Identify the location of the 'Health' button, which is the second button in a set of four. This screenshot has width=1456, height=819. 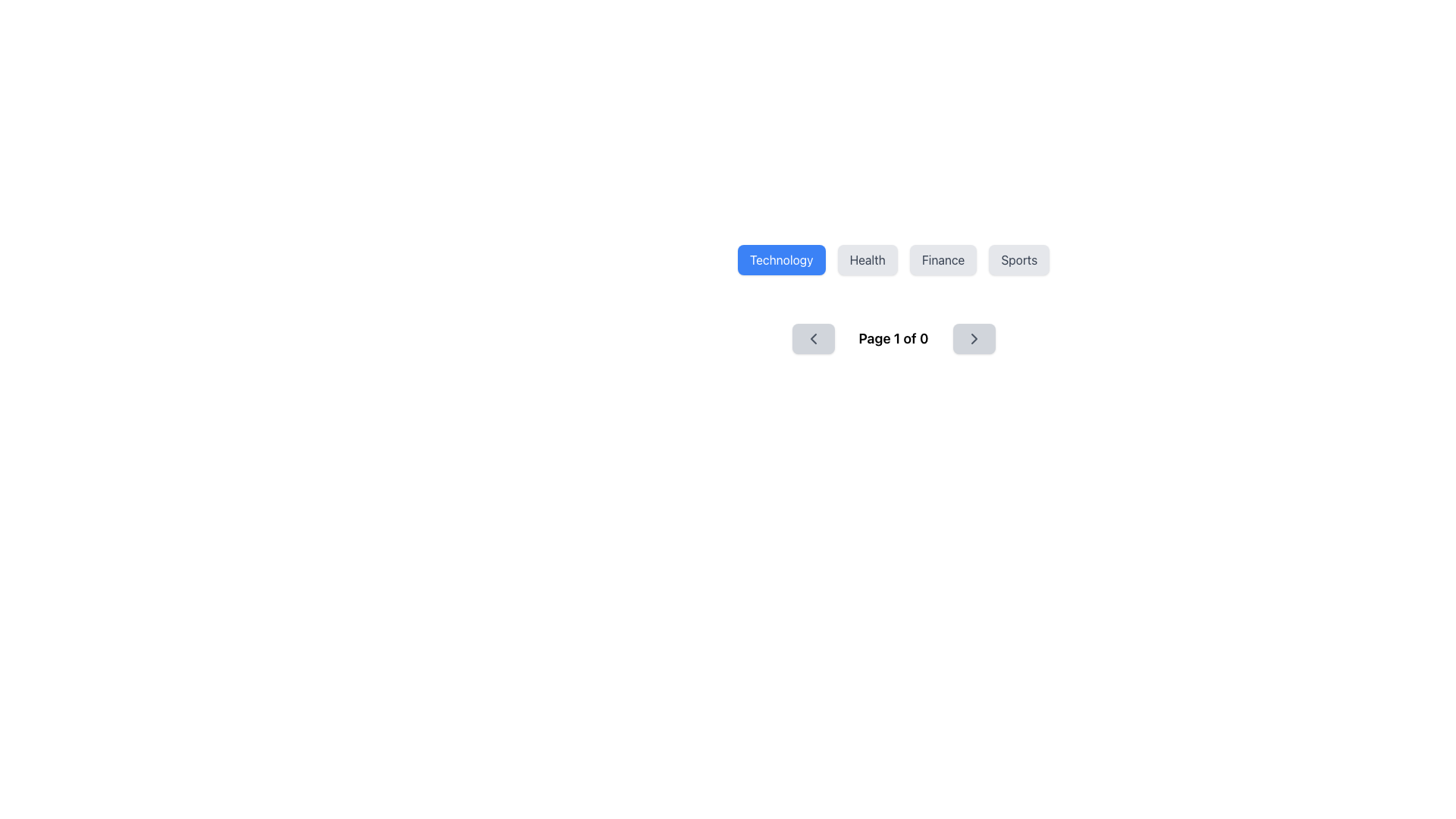
(868, 259).